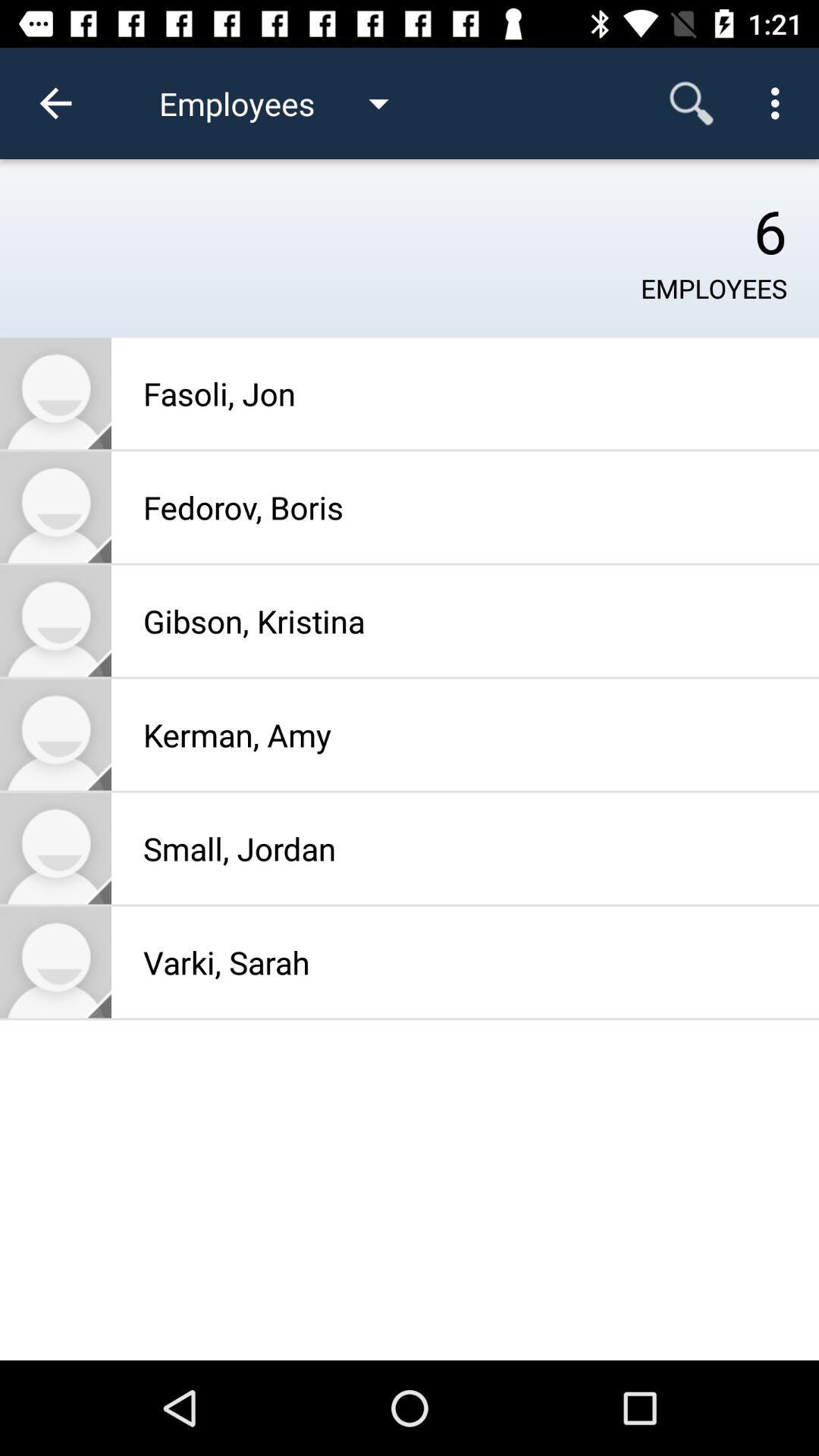  What do you see at coordinates (55, 847) in the screenshot?
I see `see phone contact` at bounding box center [55, 847].